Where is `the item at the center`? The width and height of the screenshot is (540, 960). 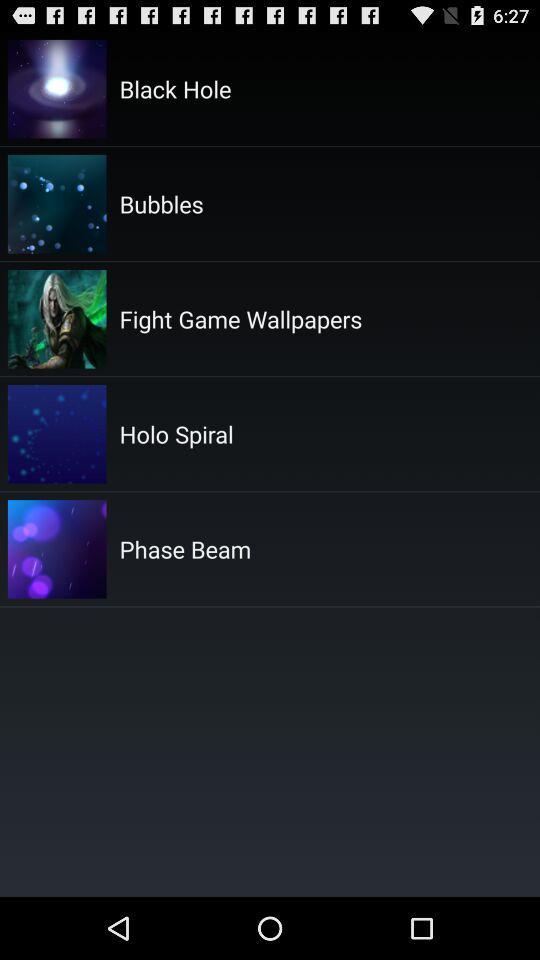
the item at the center is located at coordinates (185, 549).